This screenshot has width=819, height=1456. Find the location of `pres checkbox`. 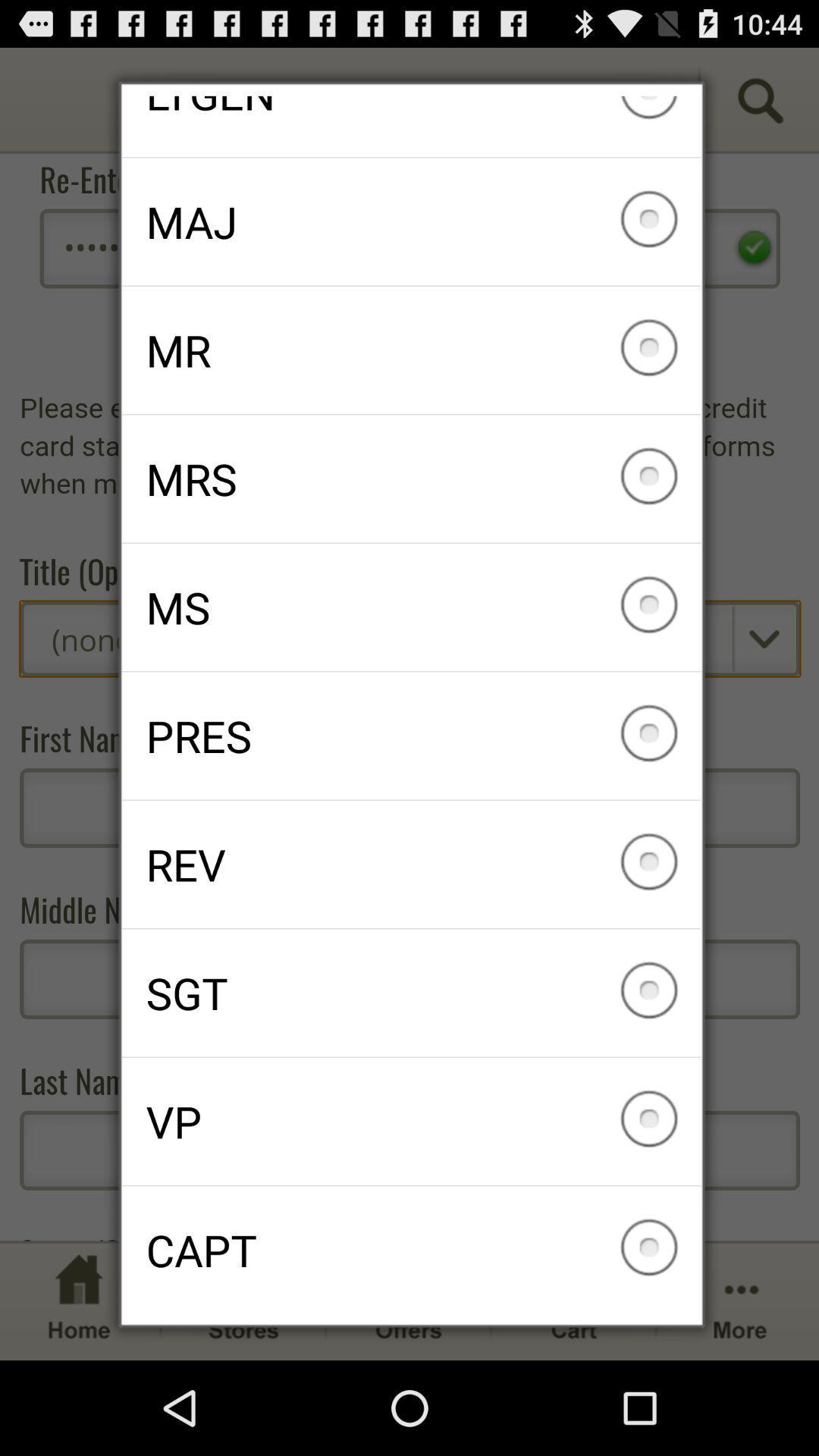

pres checkbox is located at coordinates (411, 736).